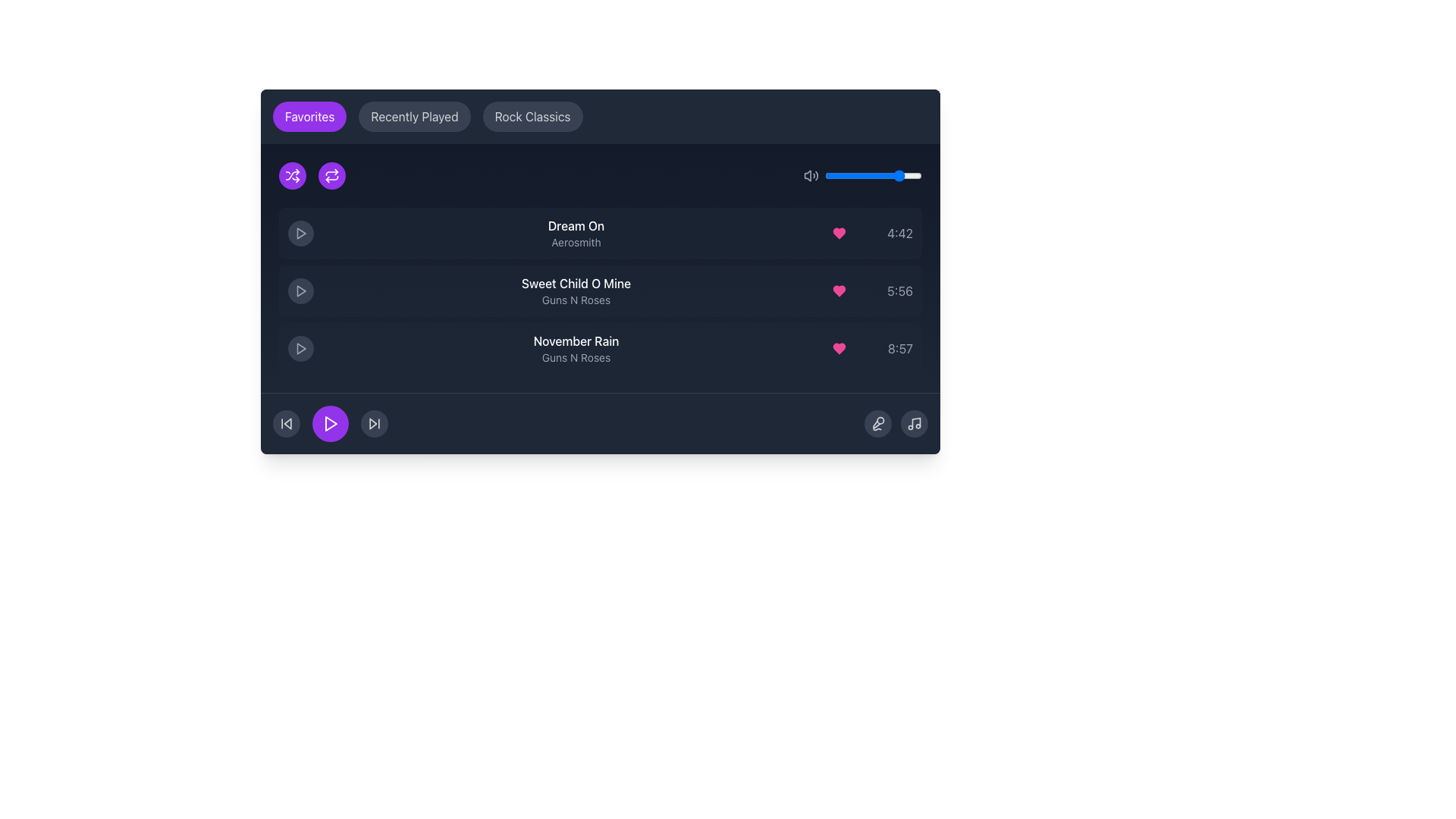 This screenshot has width=1456, height=819. What do you see at coordinates (331, 174) in the screenshot?
I see `the 'Repeat' IconButton, which is the second icon from the left in a horizontal row located on the top-left area of the dark panel interface` at bounding box center [331, 174].